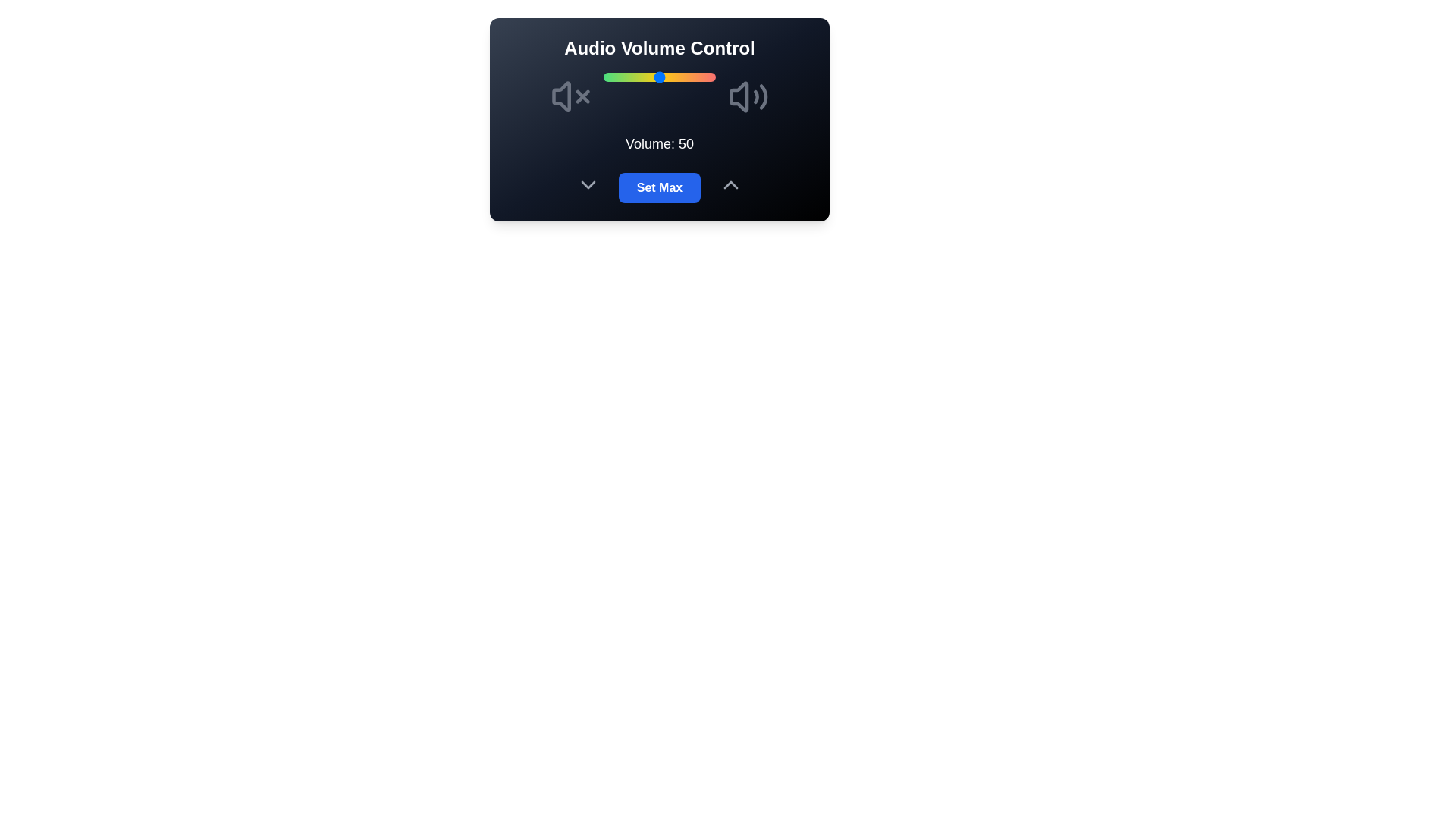 This screenshot has height=819, width=1456. I want to click on the volume slider to 2 percent, so click(604, 77).